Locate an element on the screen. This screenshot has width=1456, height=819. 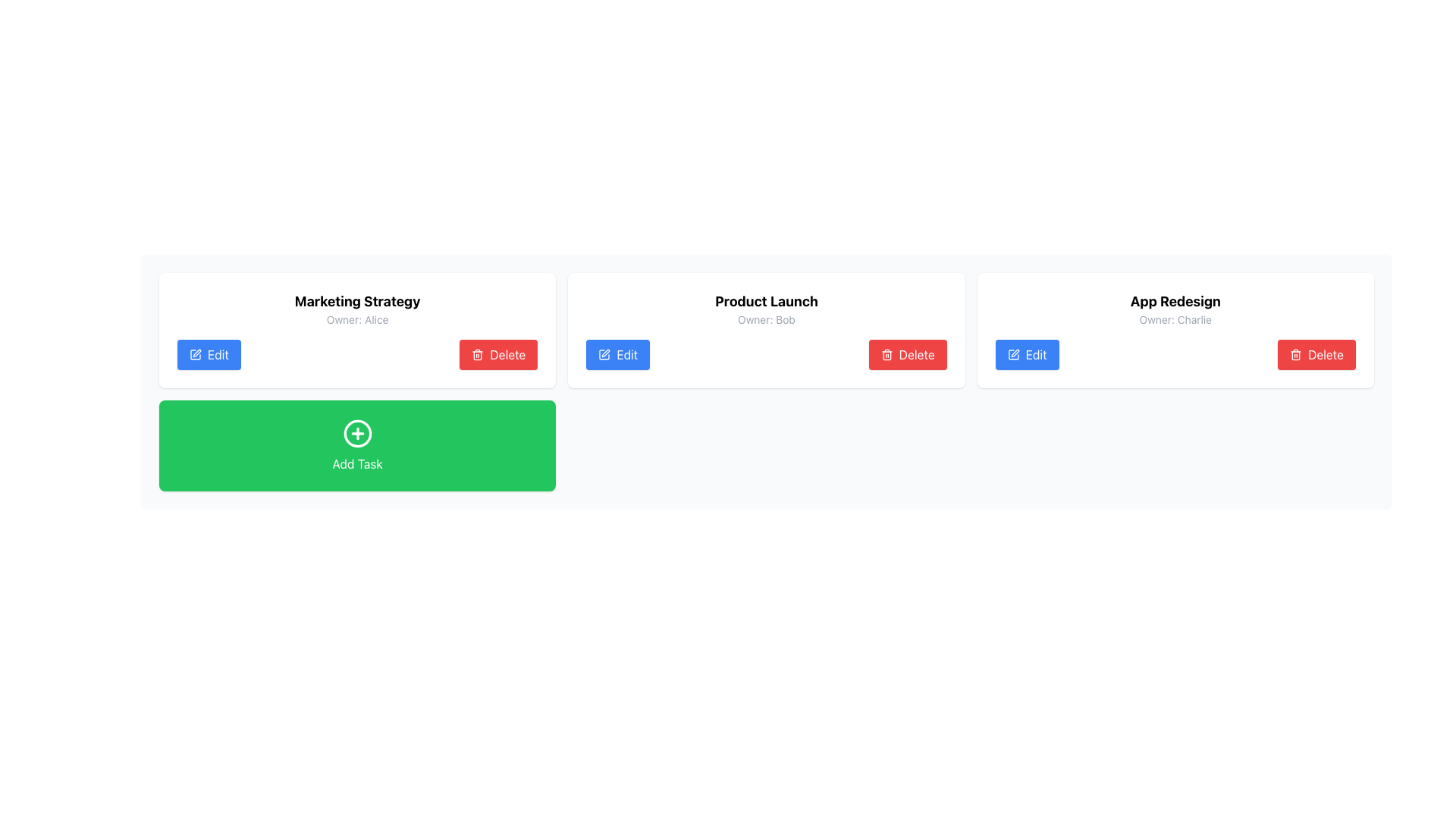
the body of the trash can icon, which is styled with rounded edges and has no fill color, located to the right of the 'Edit' button in the 'Marketing Strategy' card is located at coordinates (477, 356).